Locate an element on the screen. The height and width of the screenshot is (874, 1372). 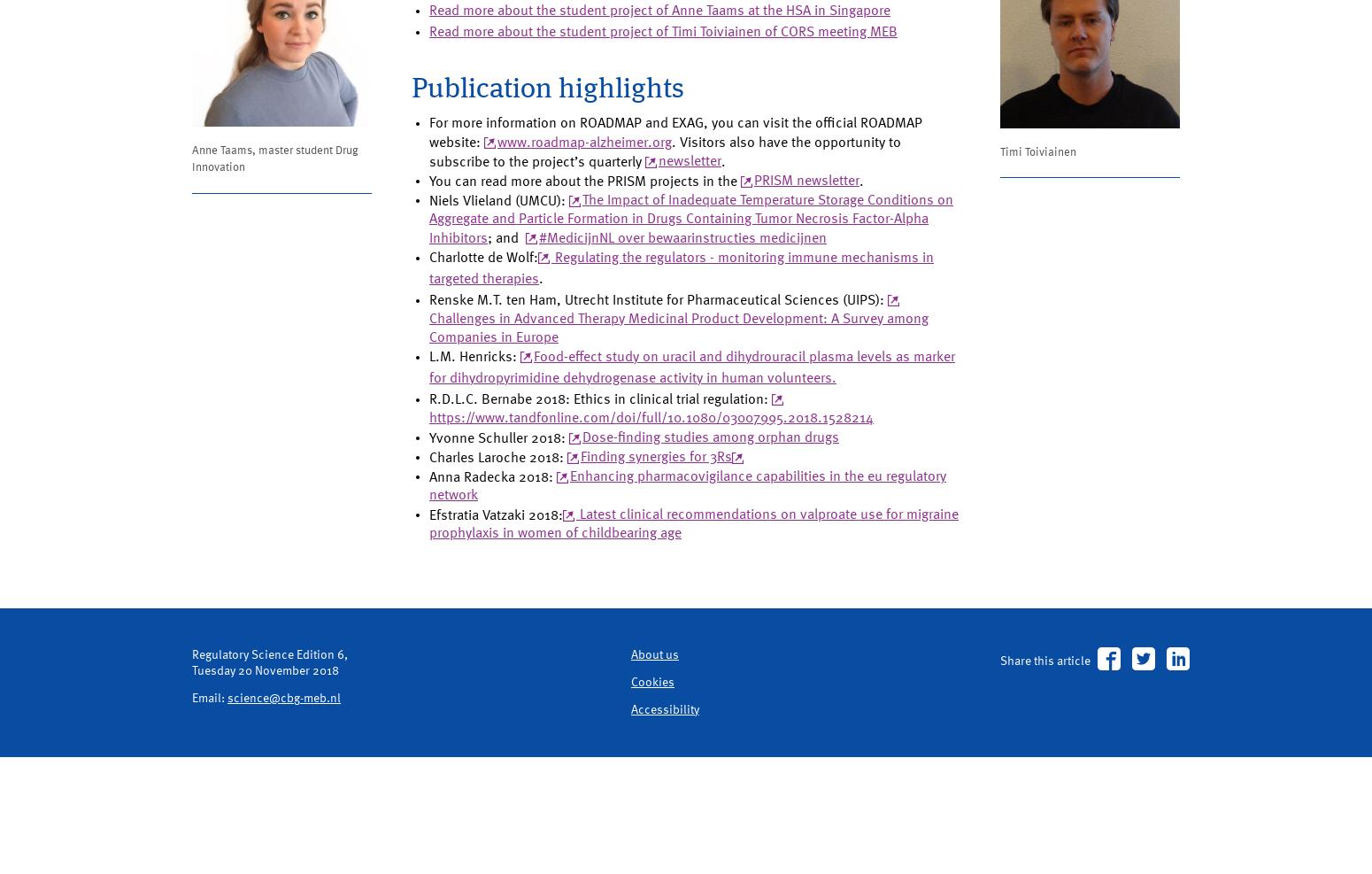
'Publication highlights' is located at coordinates (556, 153).